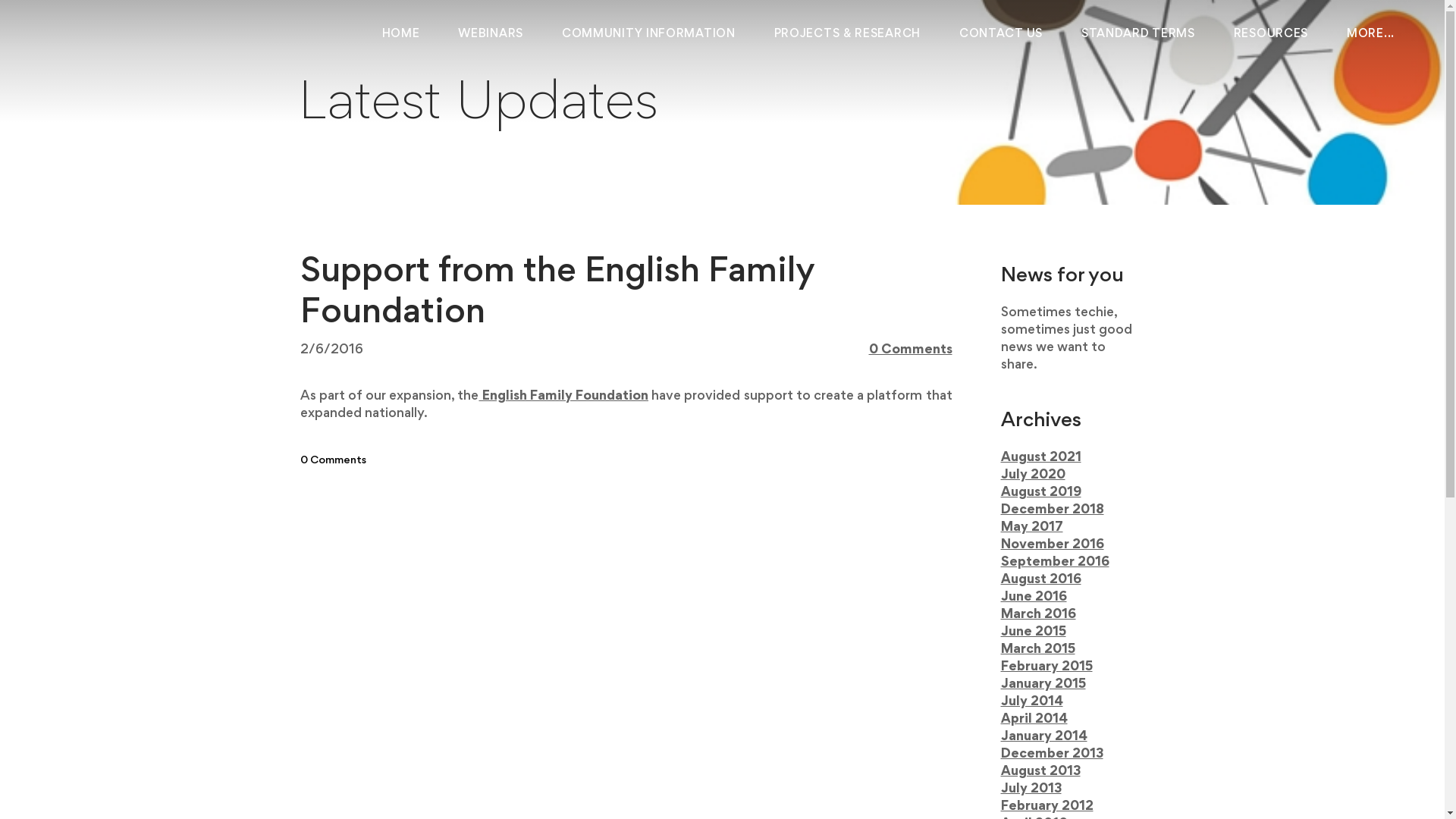 The image size is (1456, 819). I want to click on 'August 2016', so click(1001, 579).